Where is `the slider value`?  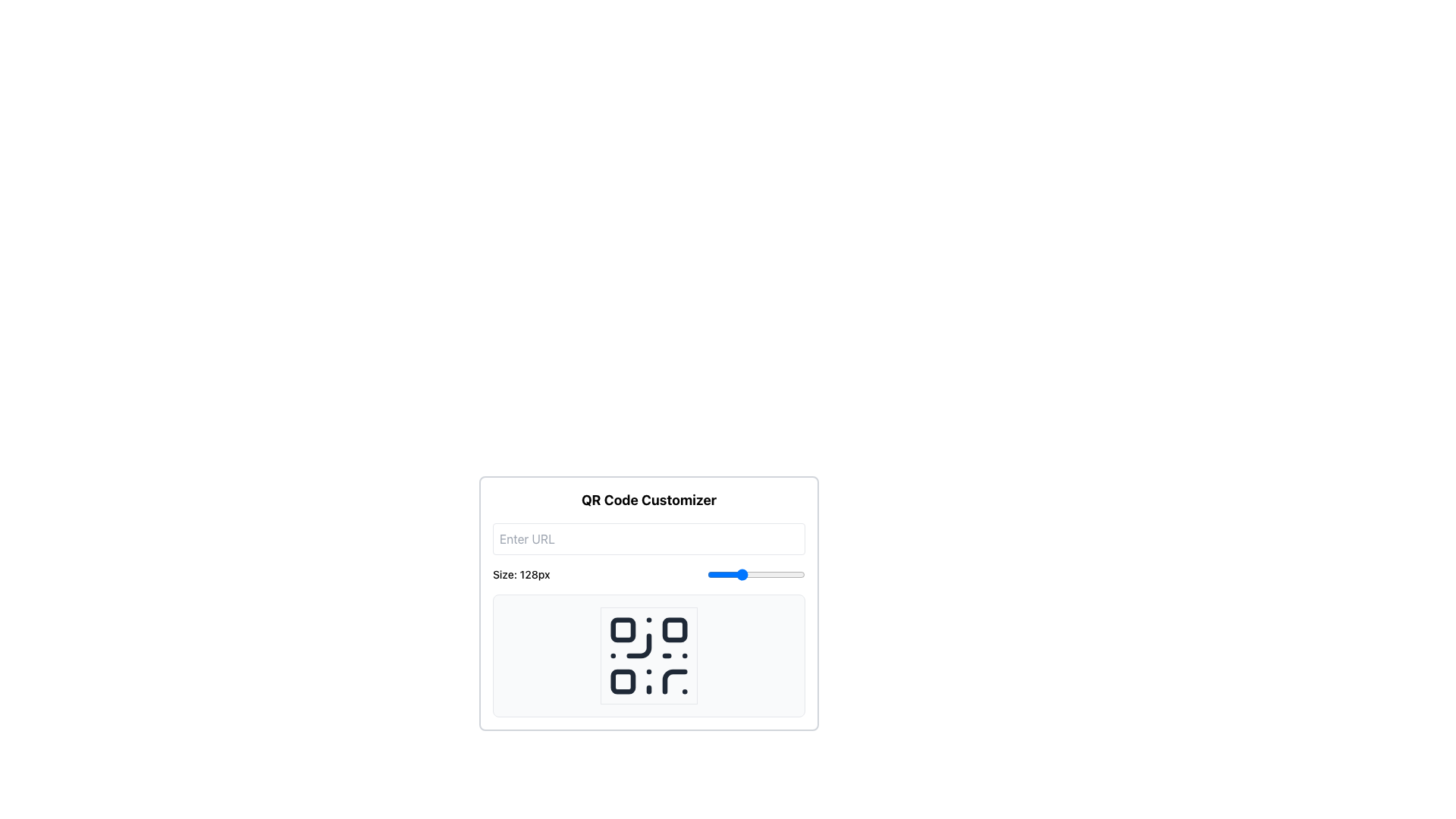 the slider value is located at coordinates (797, 575).